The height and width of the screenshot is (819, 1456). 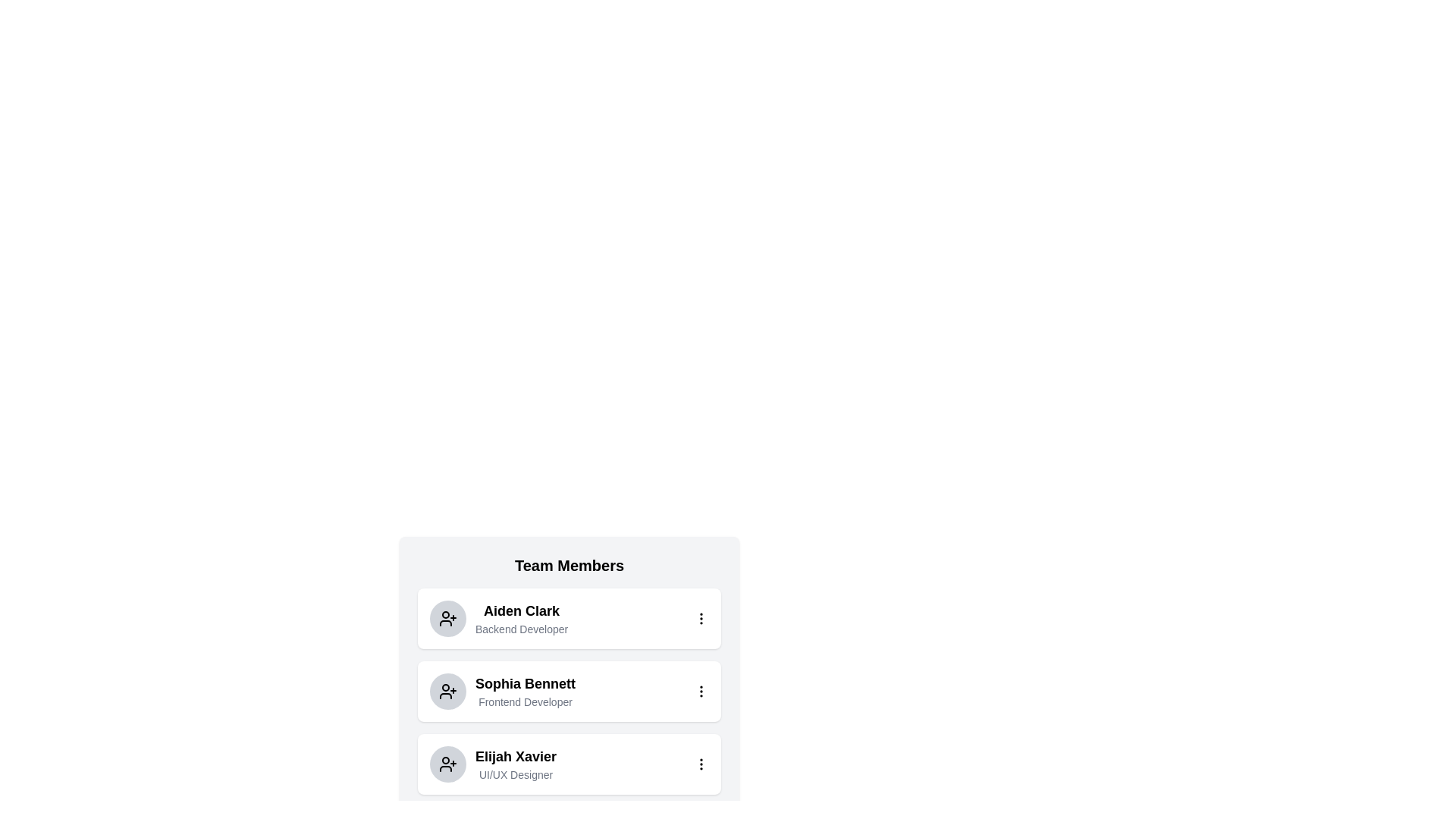 What do you see at coordinates (493, 764) in the screenshot?
I see `the third profile card in the vertically arranged list` at bounding box center [493, 764].